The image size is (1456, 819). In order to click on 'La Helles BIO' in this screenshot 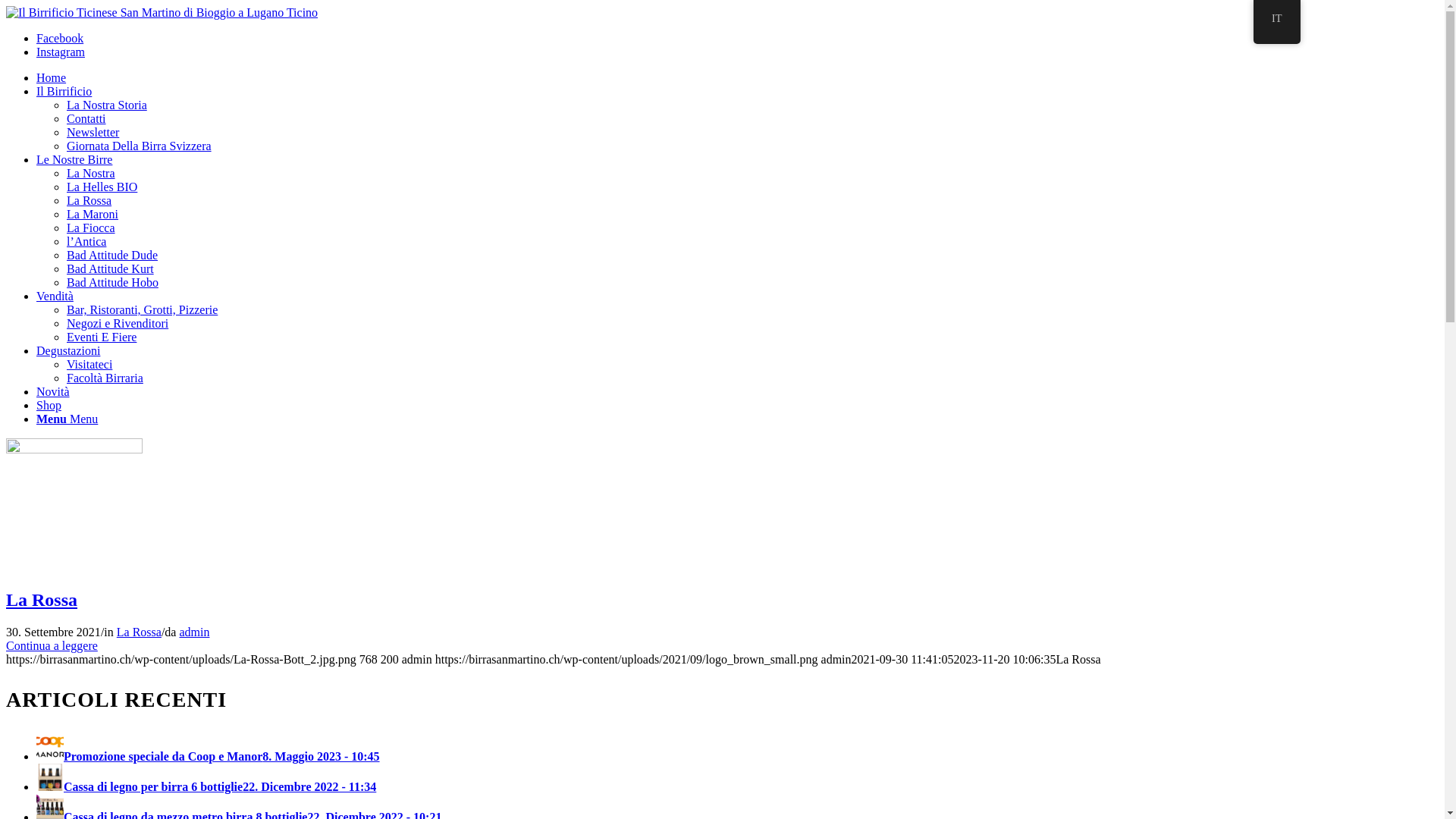, I will do `click(65, 186)`.